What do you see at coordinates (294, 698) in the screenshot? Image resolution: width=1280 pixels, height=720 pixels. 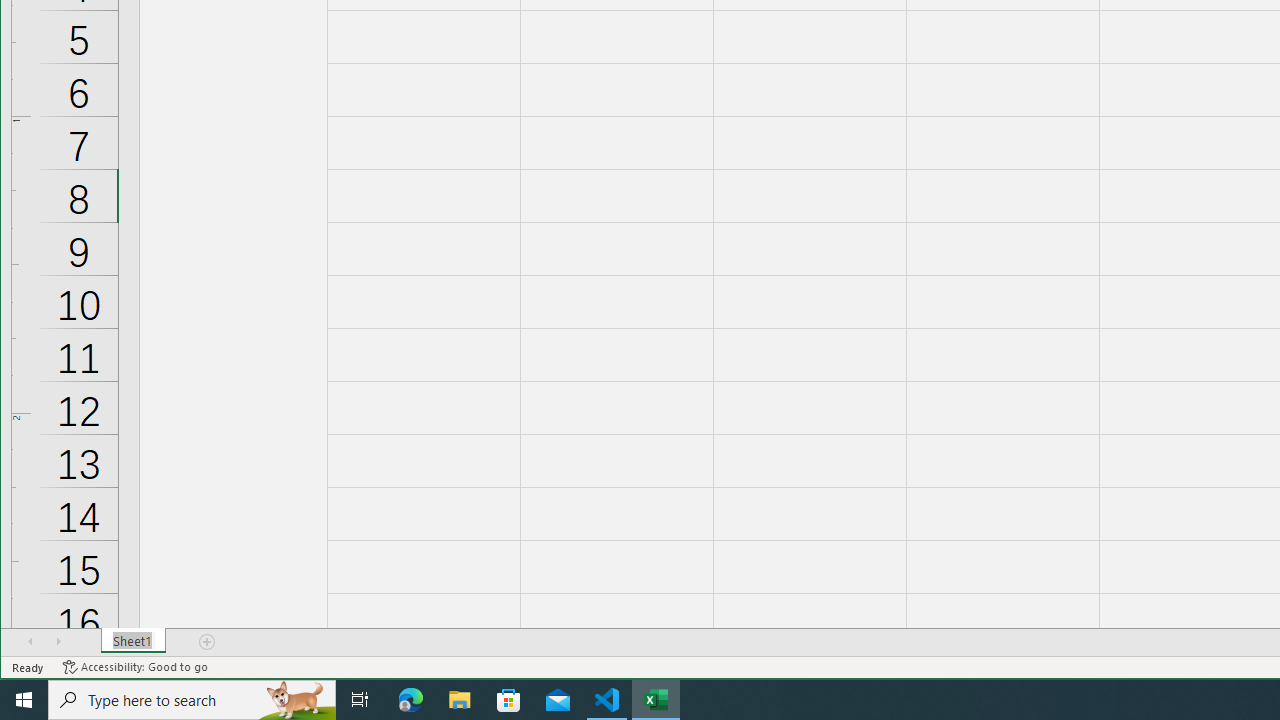 I see `'Search highlights icon opens search home window'` at bounding box center [294, 698].